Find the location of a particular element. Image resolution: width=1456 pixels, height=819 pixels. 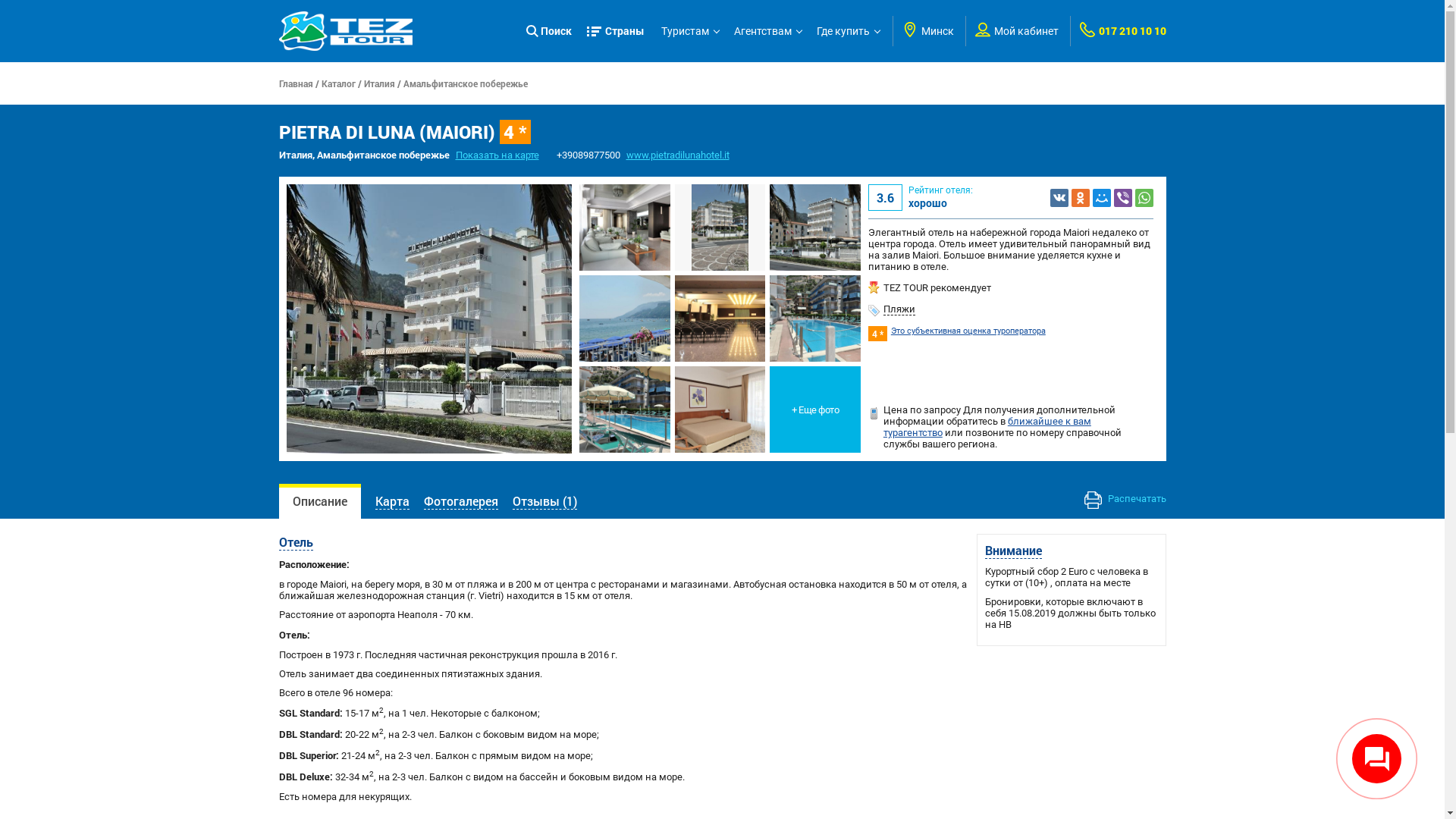

'www.pietradilunahotel.it' is located at coordinates (676, 155).